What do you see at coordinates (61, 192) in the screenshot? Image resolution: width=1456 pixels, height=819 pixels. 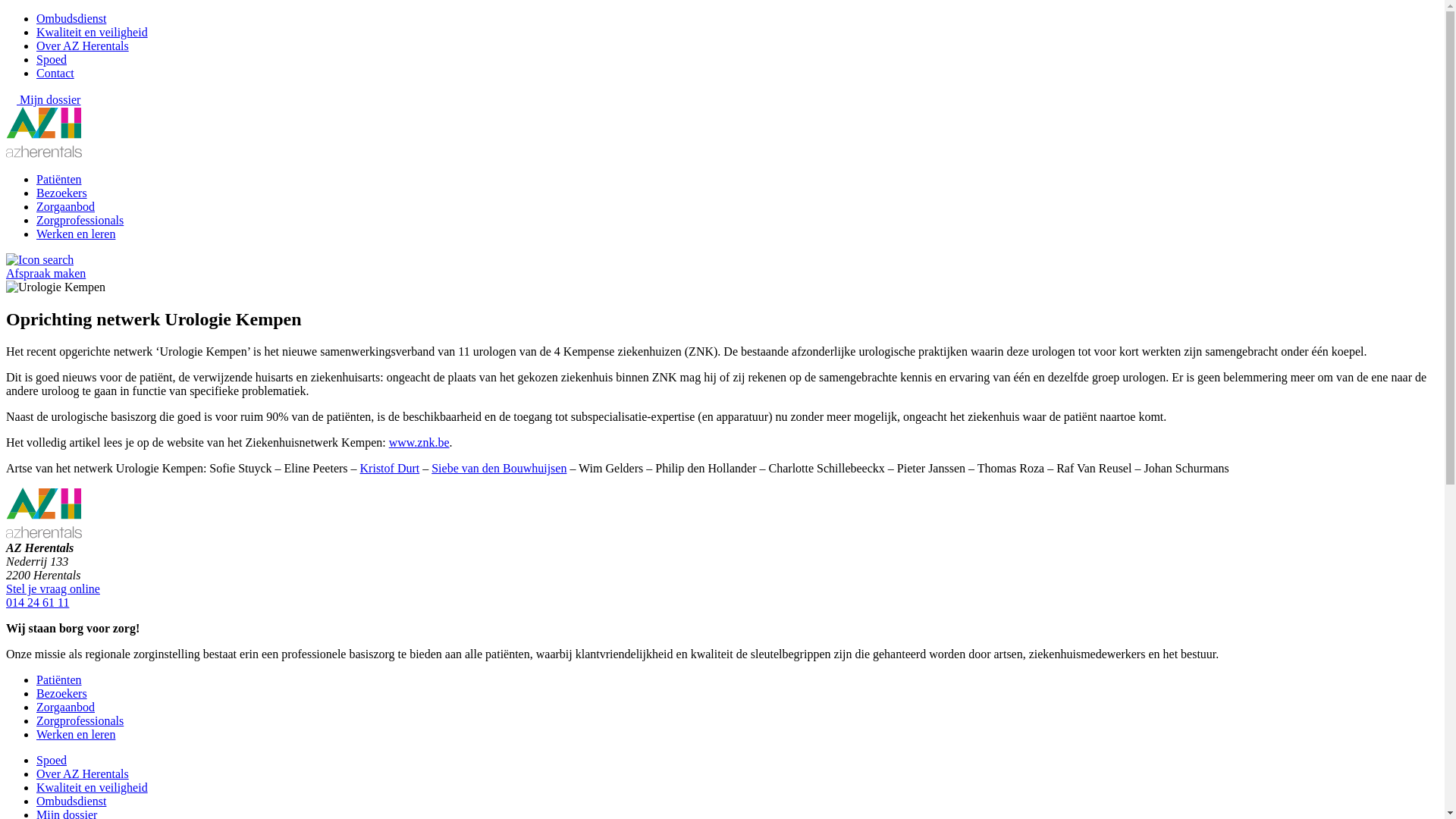 I see `'Bezoekers'` at bounding box center [61, 192].